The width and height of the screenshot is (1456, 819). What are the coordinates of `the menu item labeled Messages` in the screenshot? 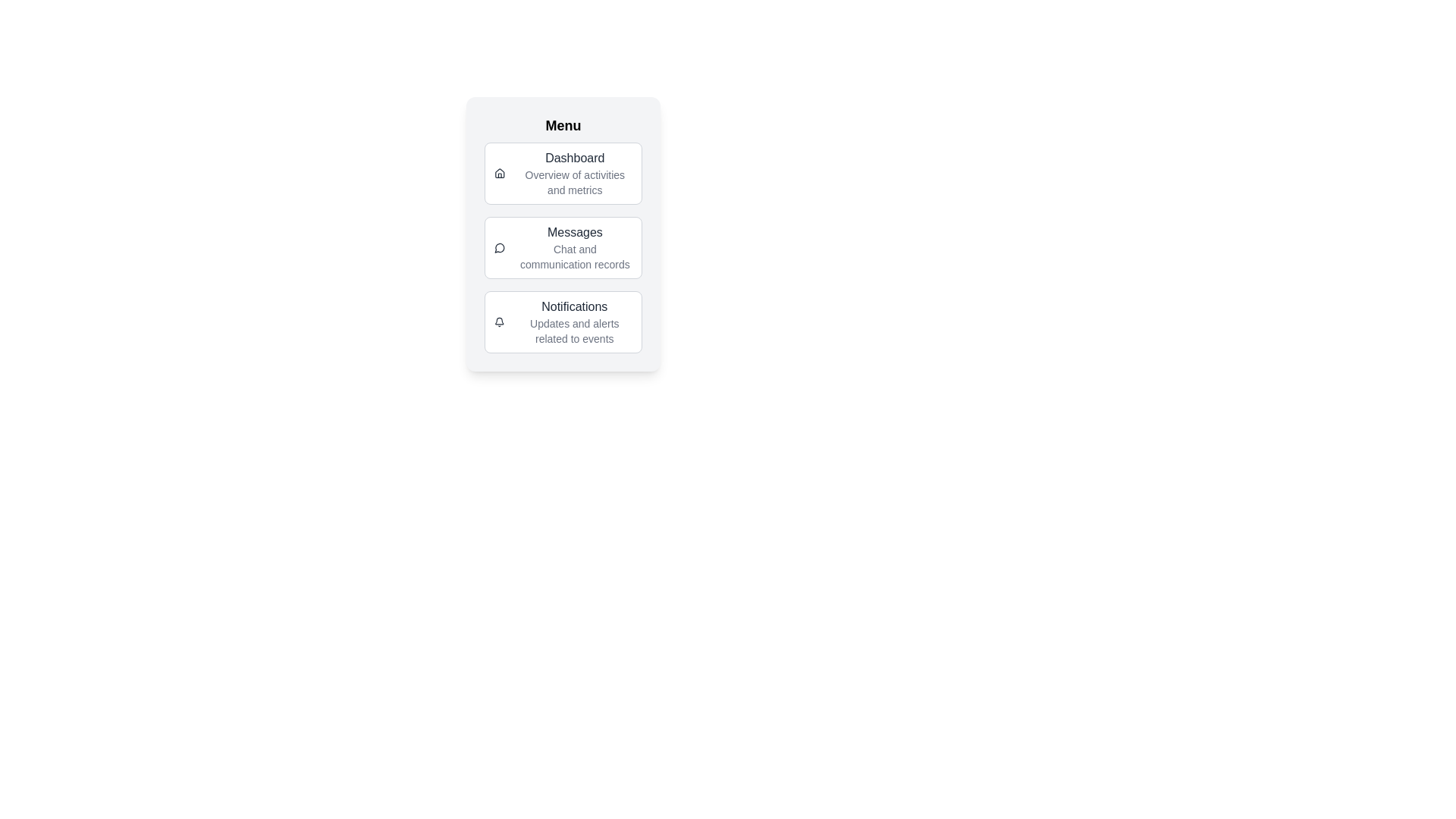 It's located at (563, 247).